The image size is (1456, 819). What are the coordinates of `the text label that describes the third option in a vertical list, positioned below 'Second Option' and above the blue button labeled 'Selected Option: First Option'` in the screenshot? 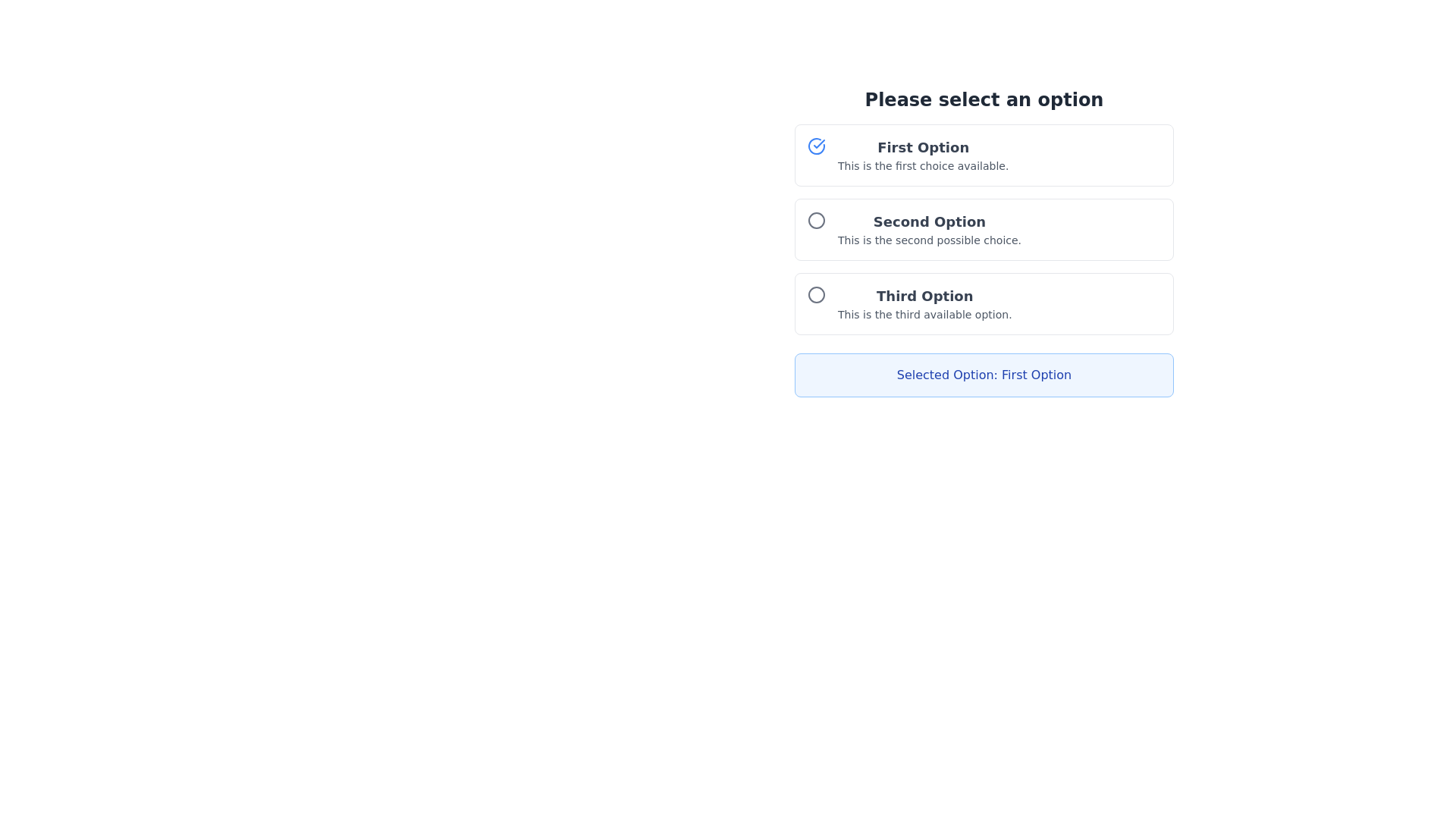 It's located at (924, 304).